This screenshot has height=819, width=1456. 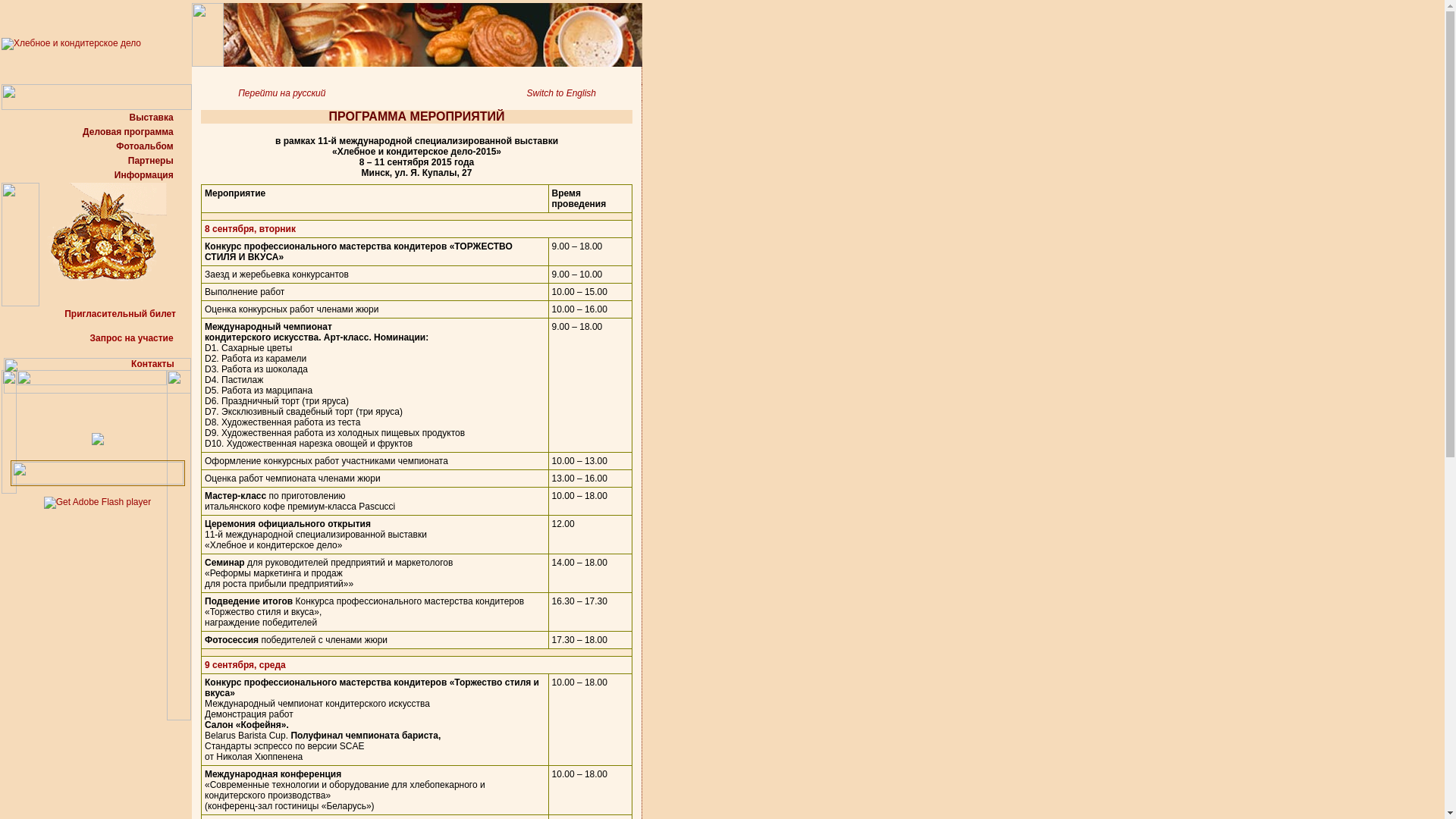 What do you see at coordinates (583, 93) in the screenshot?
I see `'Switch to English'` at bounding box center [583, 93].